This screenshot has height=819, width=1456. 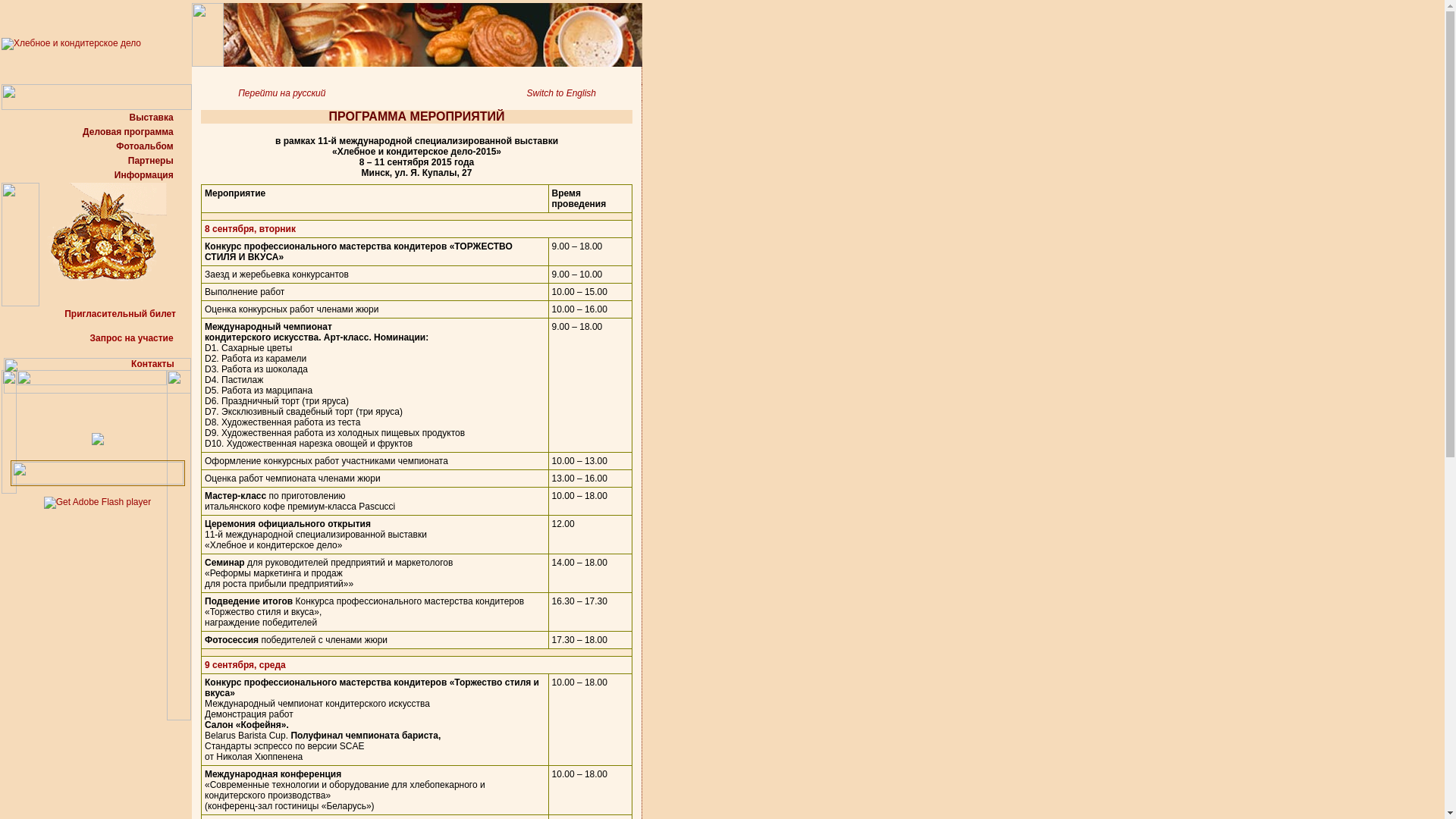 What do you see at coordinates (583, 93) in the screenshot?
I see `'Switch to English'` at bounding box center [583, 93].